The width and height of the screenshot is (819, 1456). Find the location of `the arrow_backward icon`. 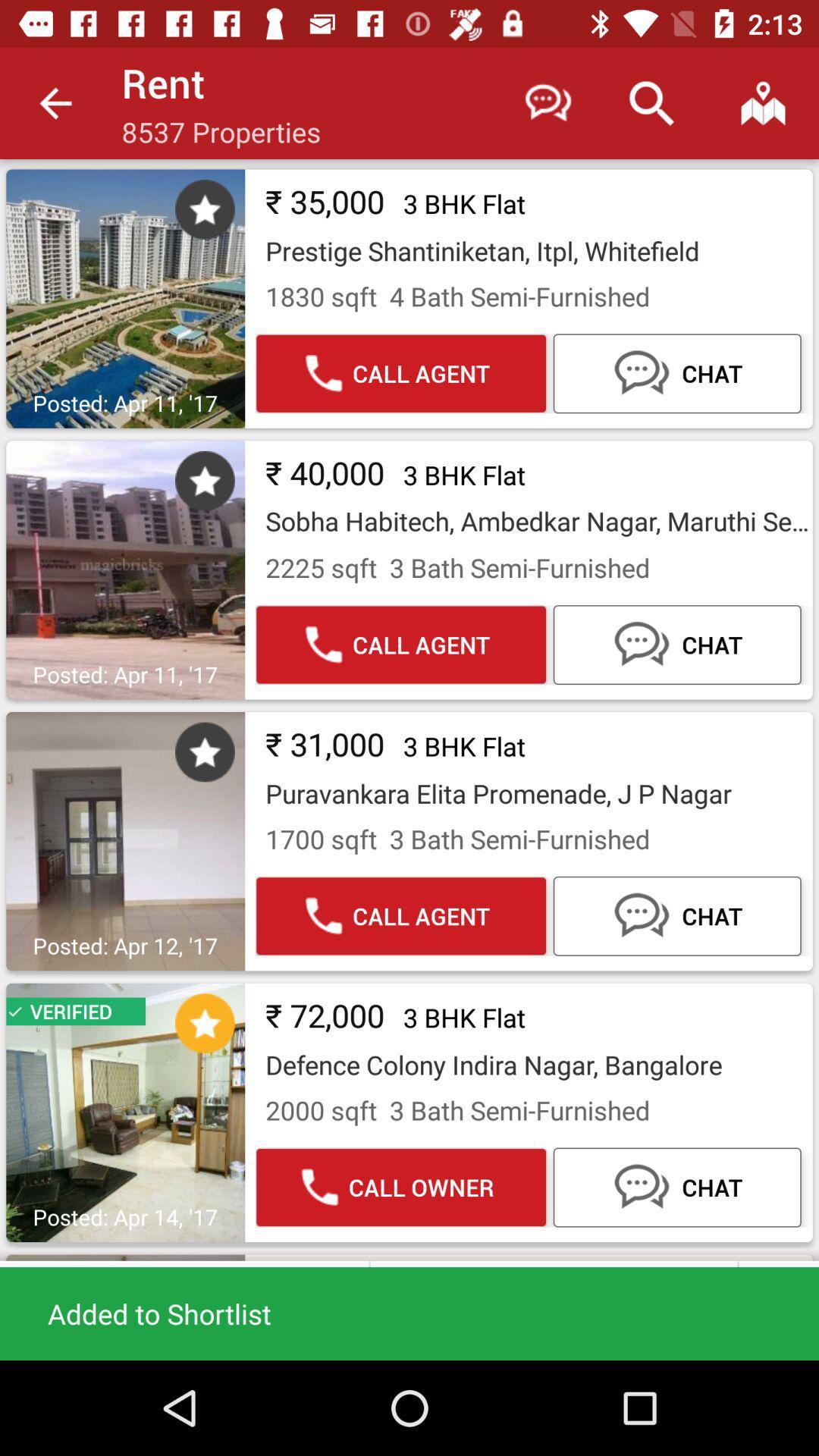

the arrow_backward icon is located at coordinates (55, 102).